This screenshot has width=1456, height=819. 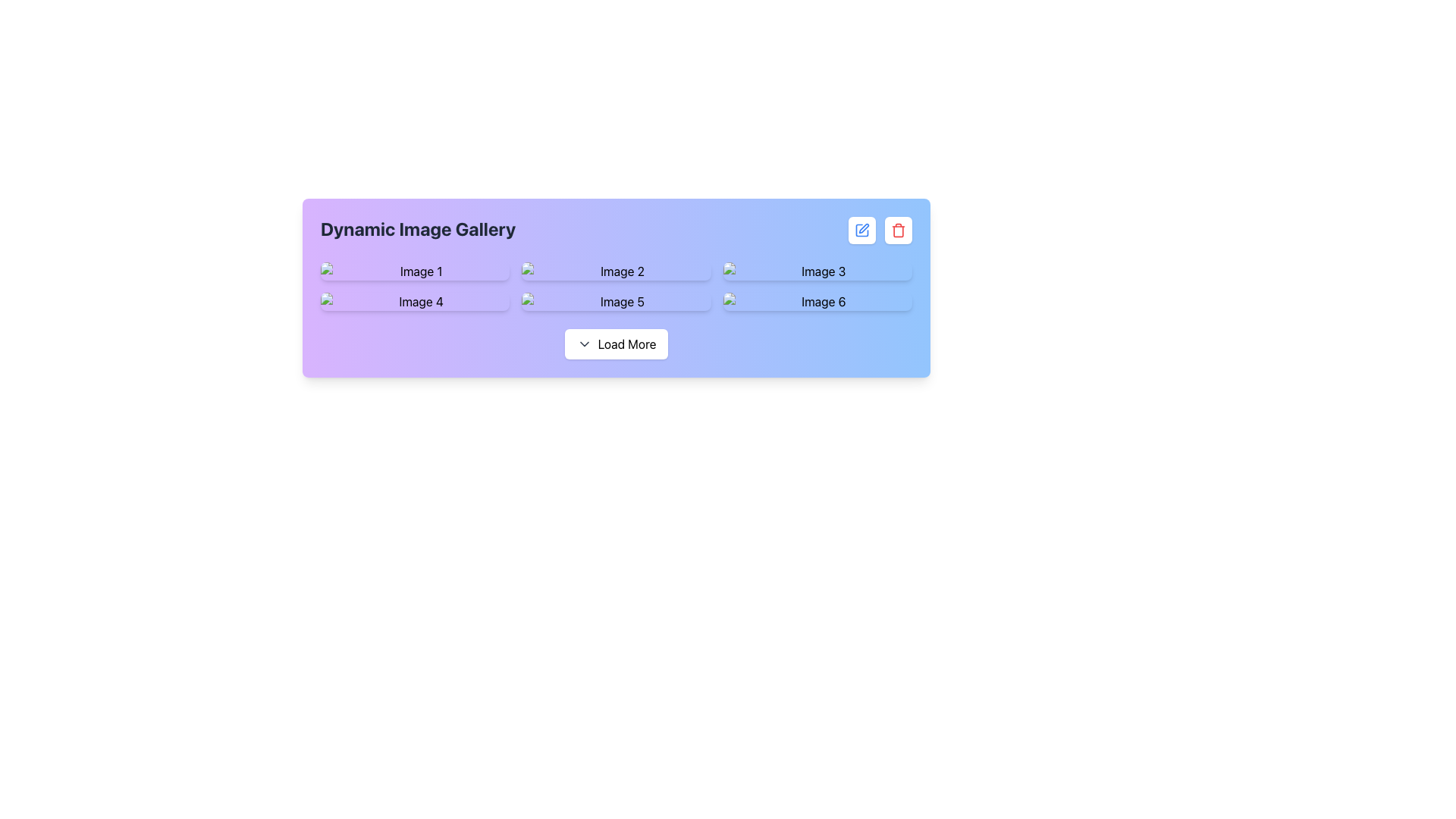 What do you see at coordinates (415, 271) in the screenshot?
I see `the first image component in the gallery, located in the top-left corner of the grid layout` at bounding box center [415, 271].